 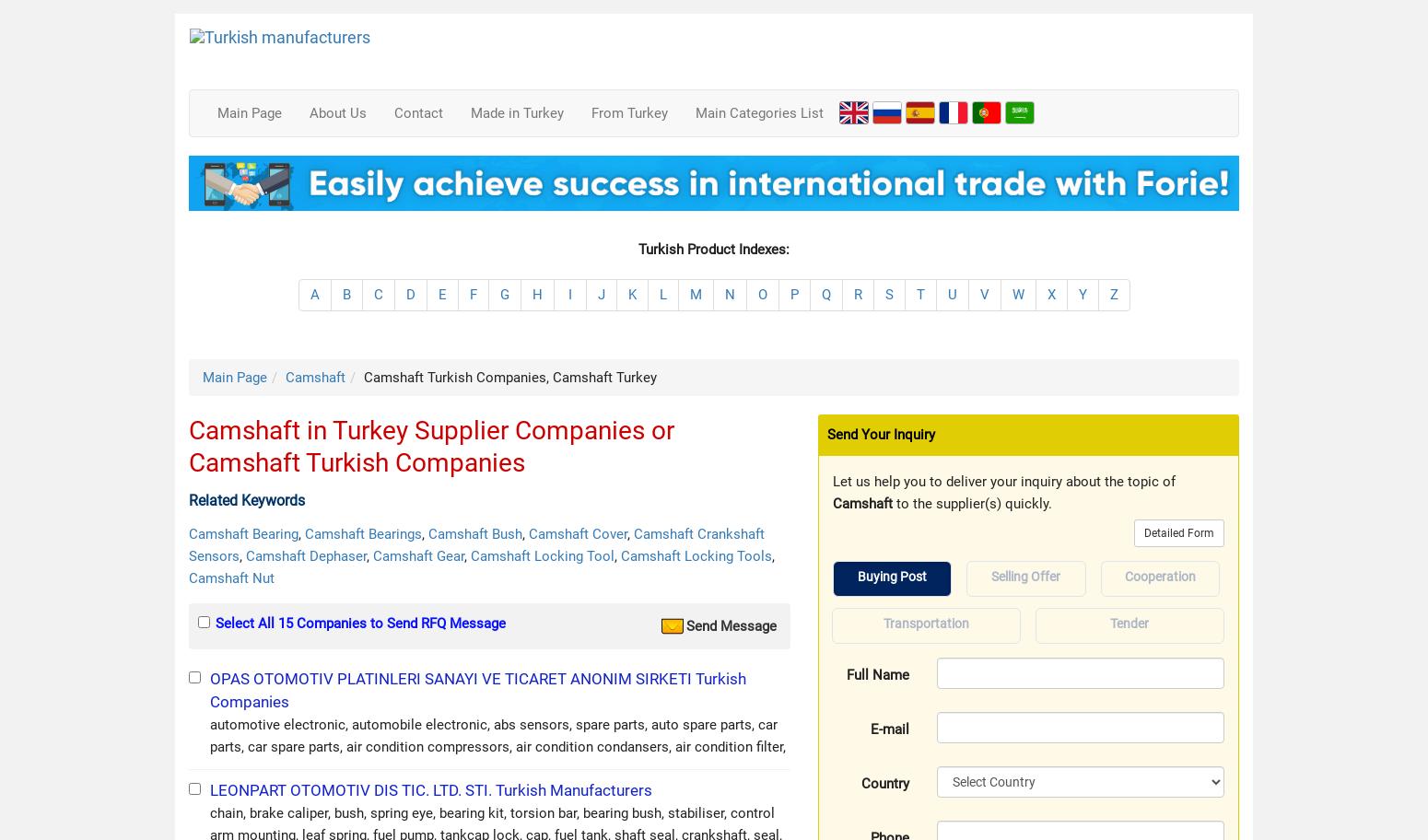 I want to click on 'Contact', so click(x=418, y=112).